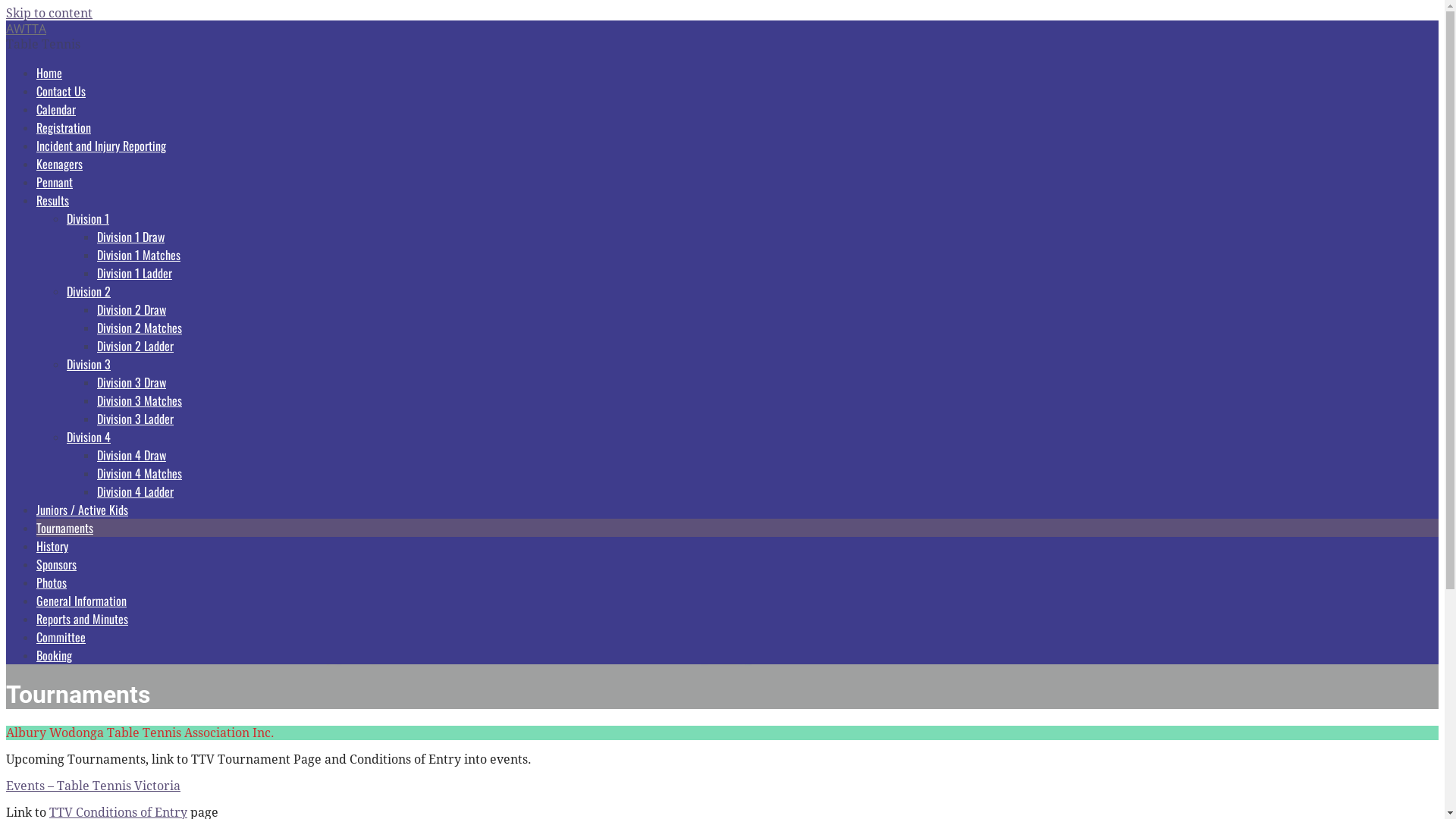 The image size is (1456, 819). I want to click on 'Juniors / Active Kids', so click(81, 509).